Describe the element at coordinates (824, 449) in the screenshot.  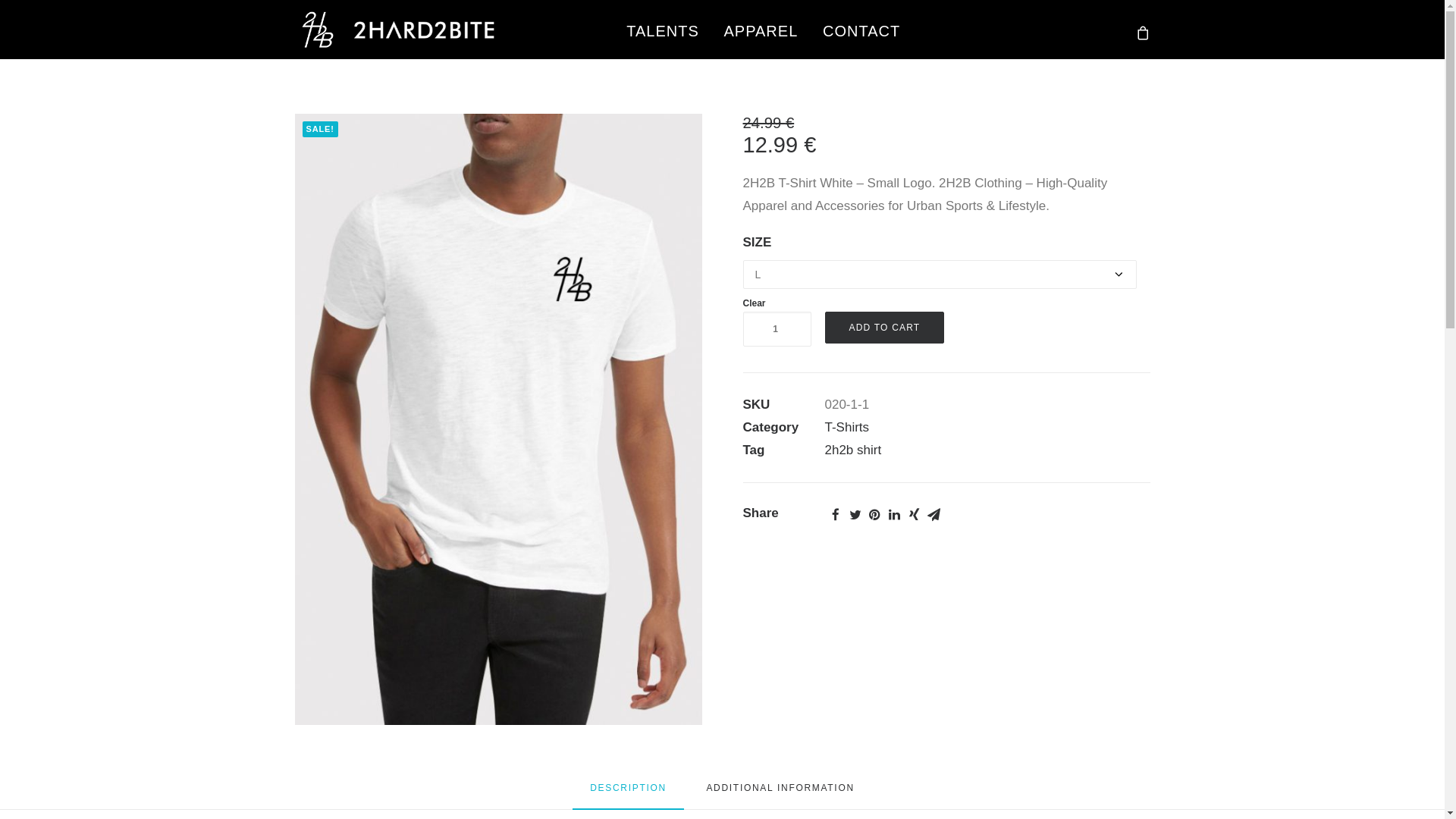
I see `'2h2b shirt'` at that location.